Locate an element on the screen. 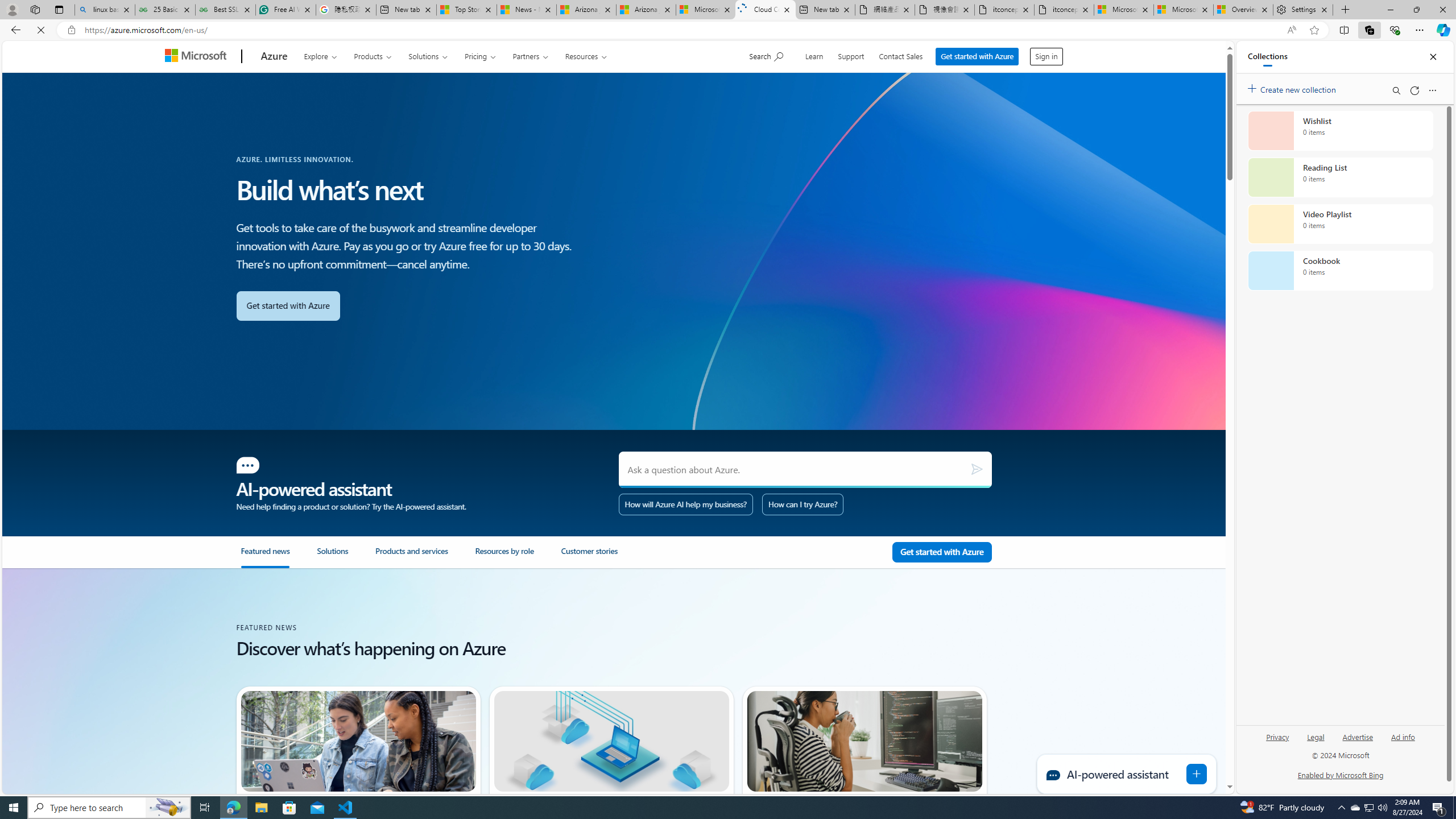 This screenshot has width=1456, height=819. 'Ask a question about Azure.' is located at coordinates (804, 469).